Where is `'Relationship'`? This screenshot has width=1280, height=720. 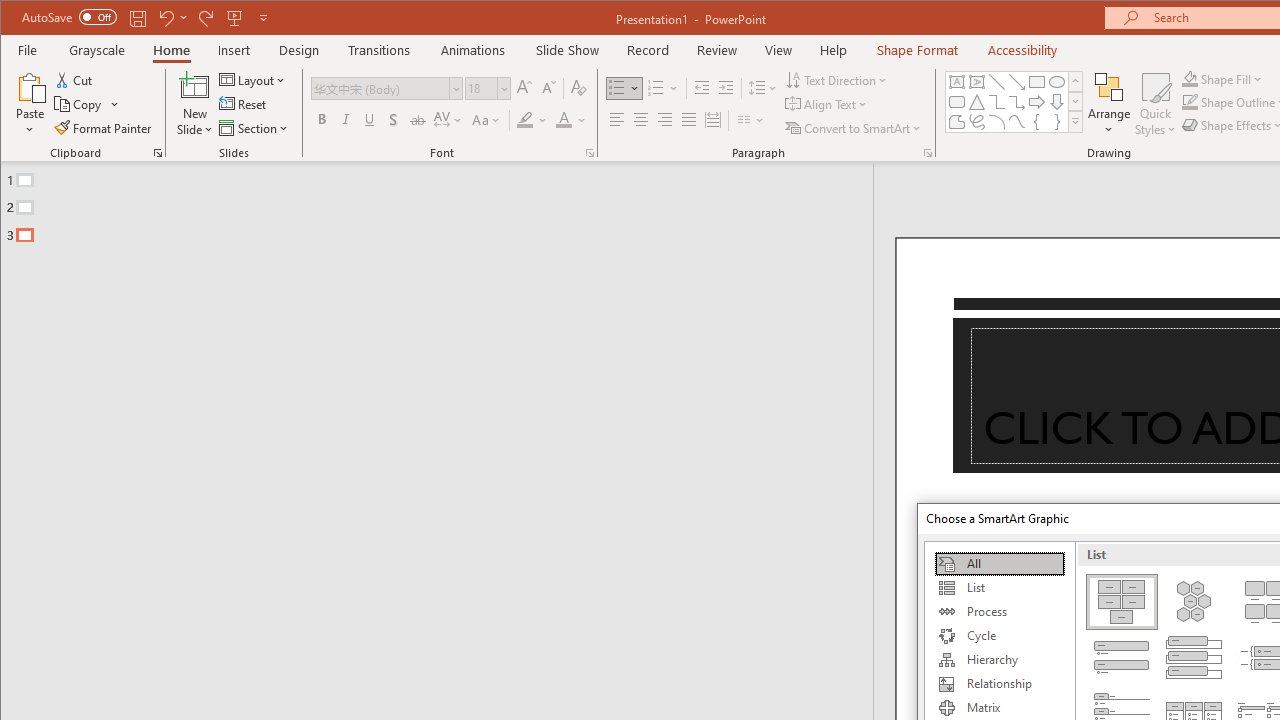
'Relationship' is located at coordinates (999, 683).